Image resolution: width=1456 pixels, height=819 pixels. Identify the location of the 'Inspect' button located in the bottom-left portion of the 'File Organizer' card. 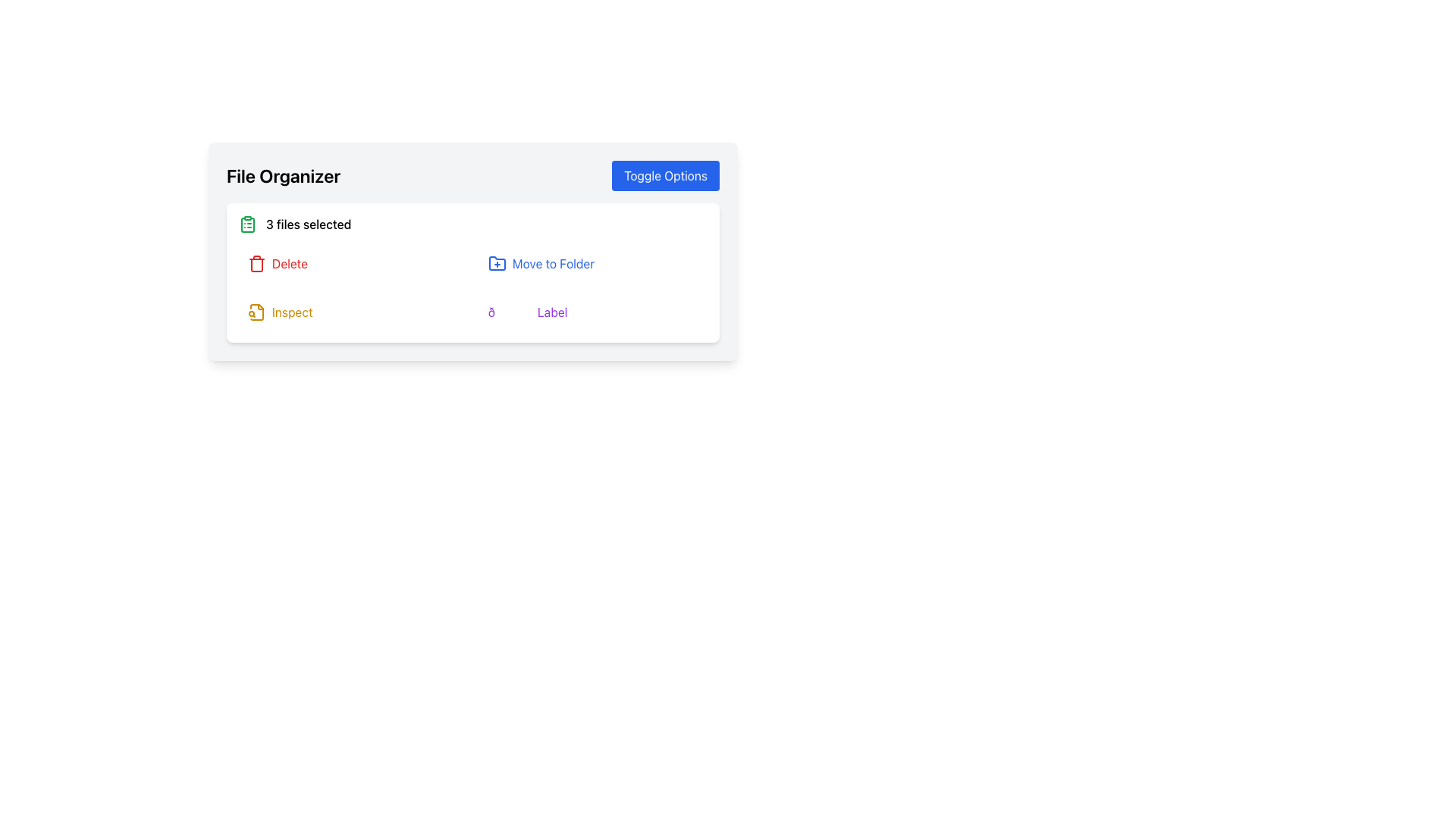
(292, 312).